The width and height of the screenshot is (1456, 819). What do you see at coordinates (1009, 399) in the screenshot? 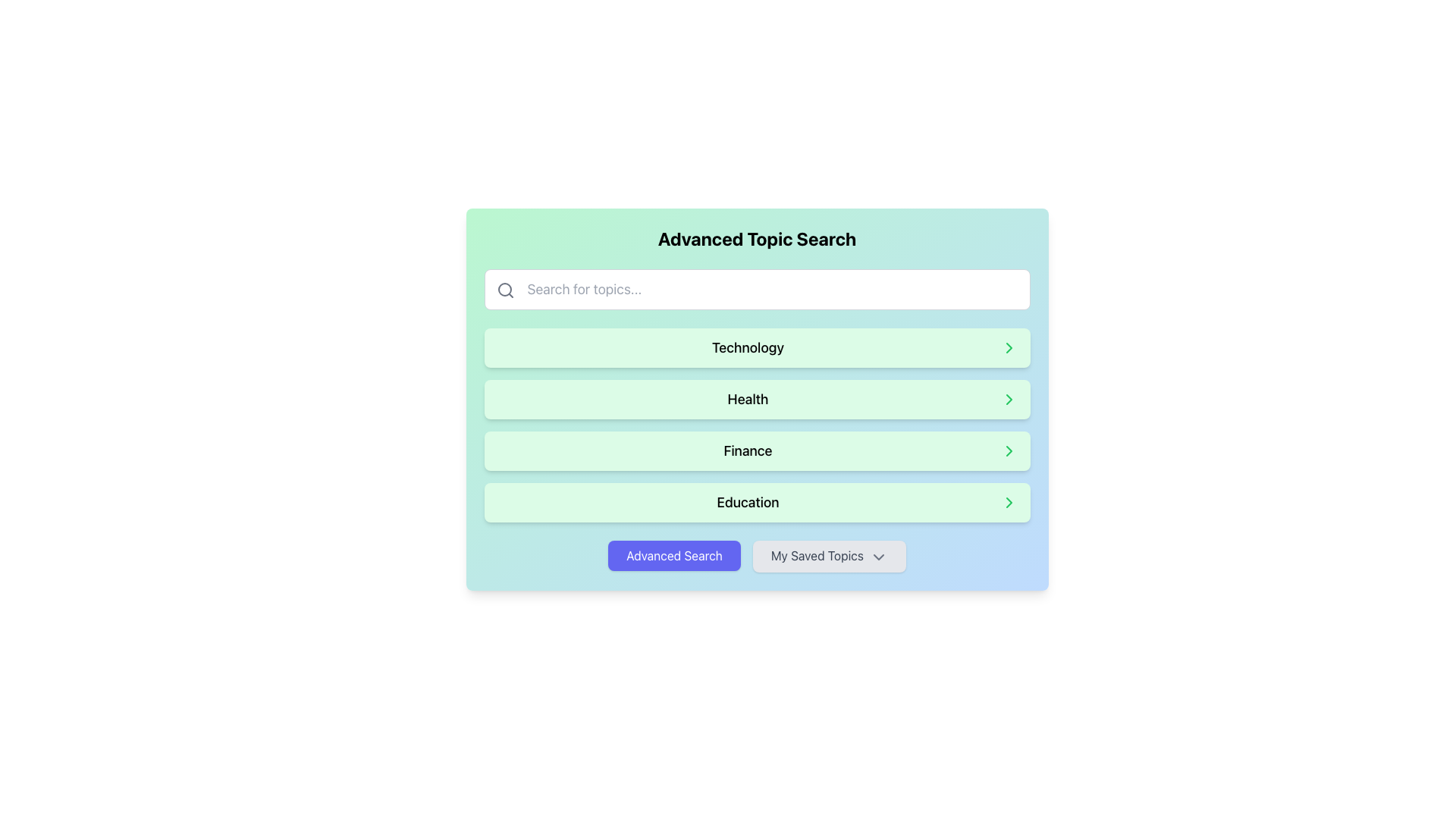
I see `the green rounded arrow icon pointing to the right, which is the fourth icon from the top-right of the list items aligned with the 'Health' label to interact with the associated row` at bounding box center [1009, 399].